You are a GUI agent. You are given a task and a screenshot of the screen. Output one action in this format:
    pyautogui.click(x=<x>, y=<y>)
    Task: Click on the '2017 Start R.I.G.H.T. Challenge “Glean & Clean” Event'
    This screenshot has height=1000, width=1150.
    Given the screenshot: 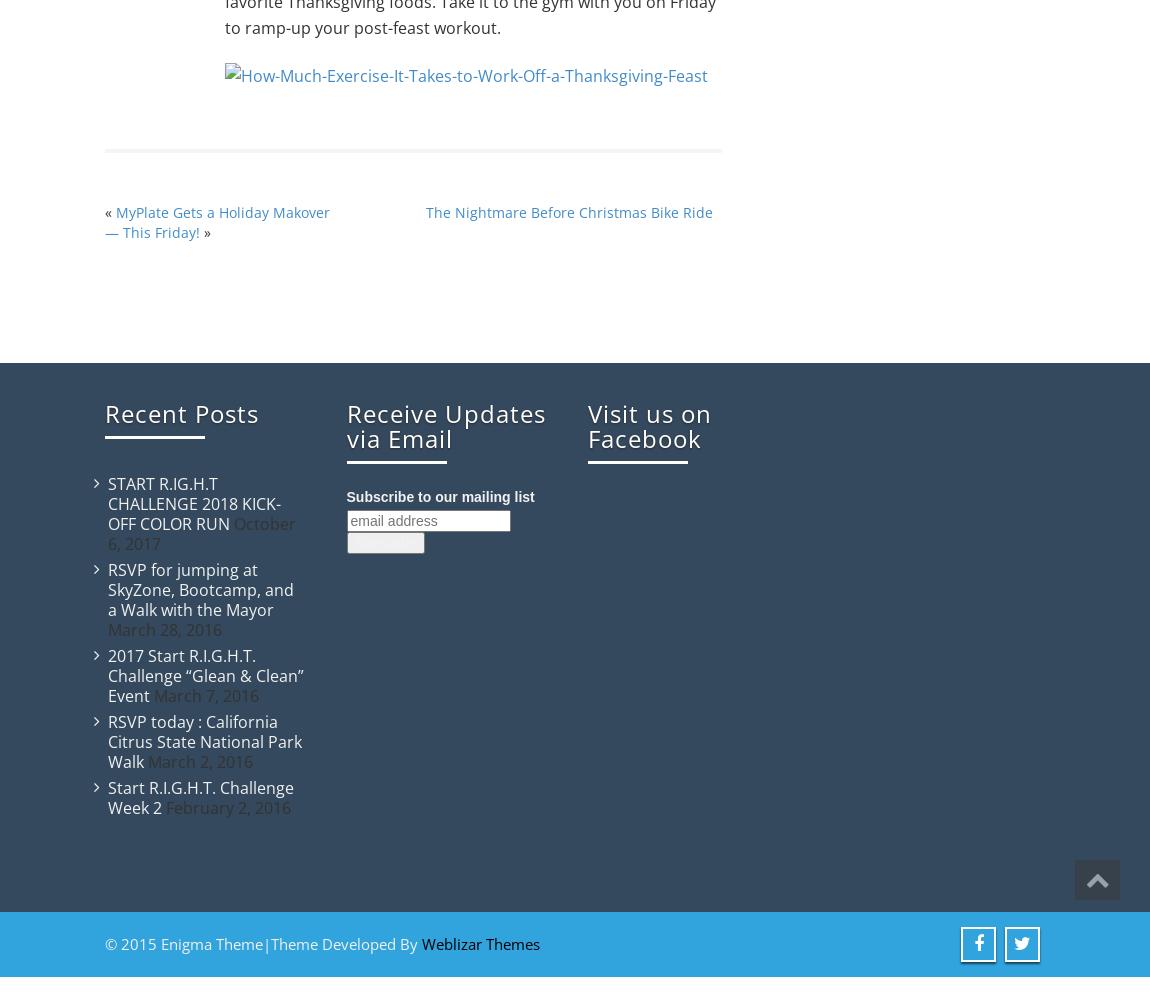 What is the action you would take?
    pyautogui.click(x=204, y=676)
    